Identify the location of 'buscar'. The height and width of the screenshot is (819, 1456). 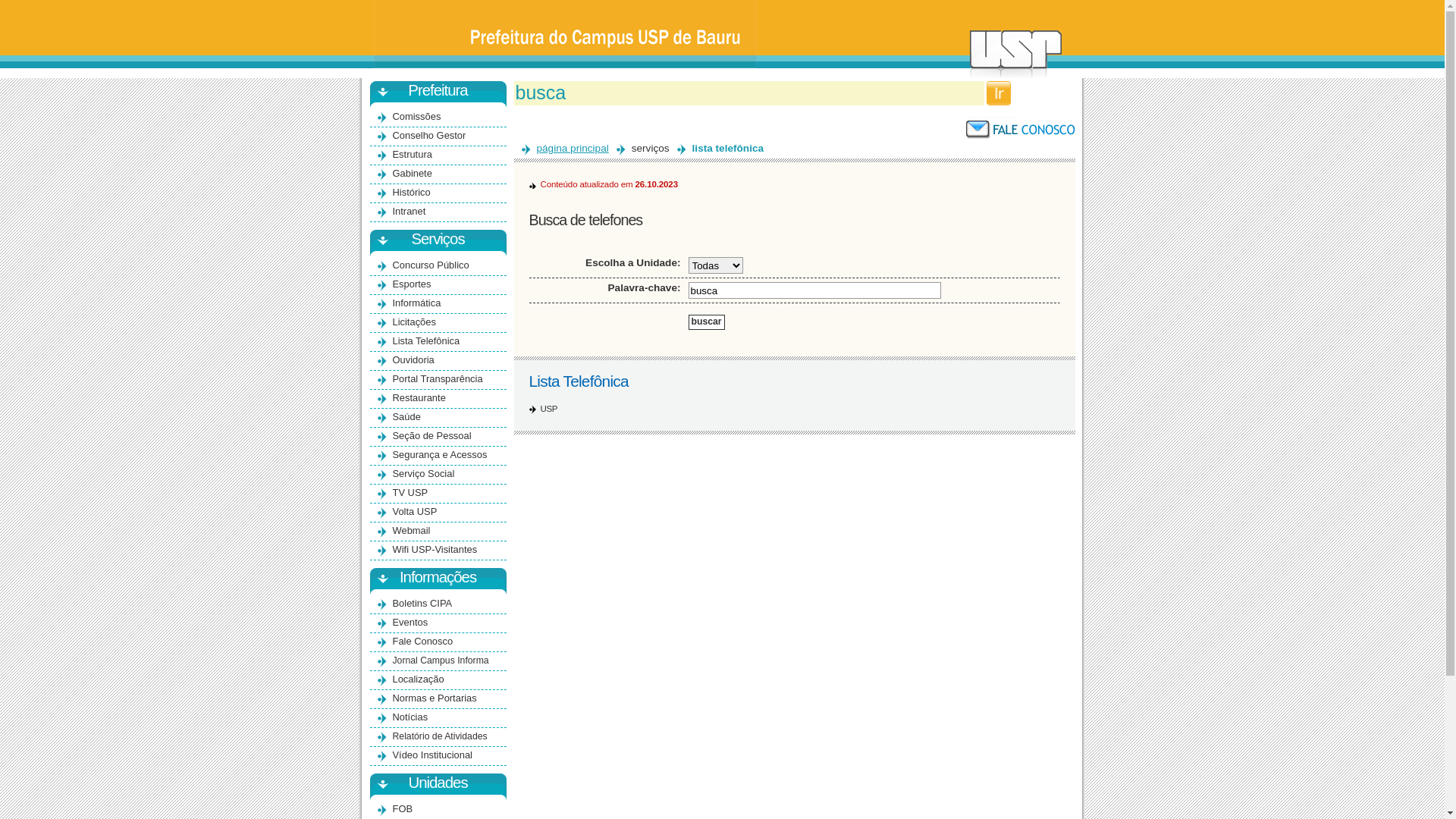
(705, 321).